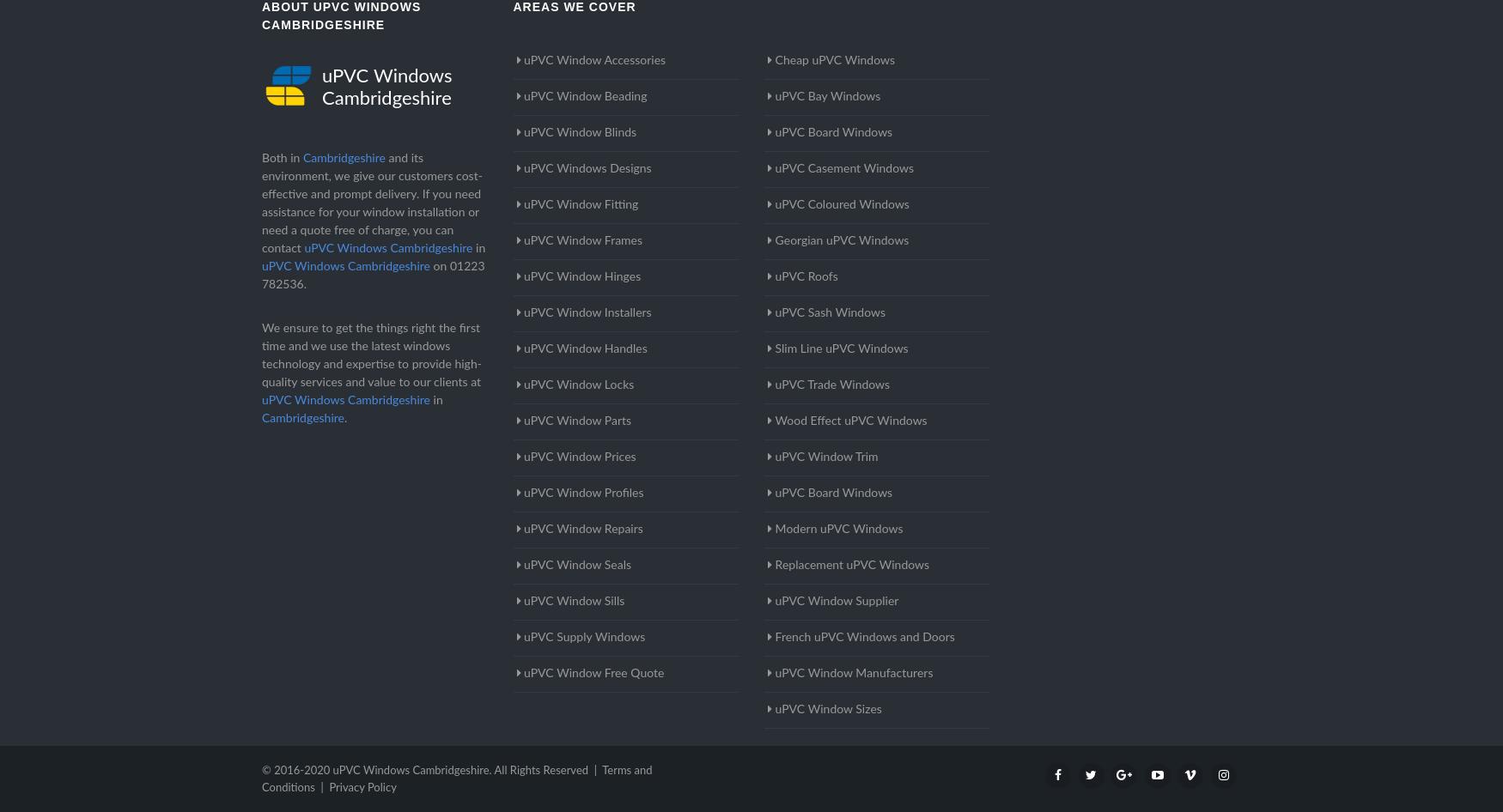 The width and height of the screenshot is (1503, 812). Describe the element at coordinates (313, 786) in the screenshot. I see `'|'` at that location.